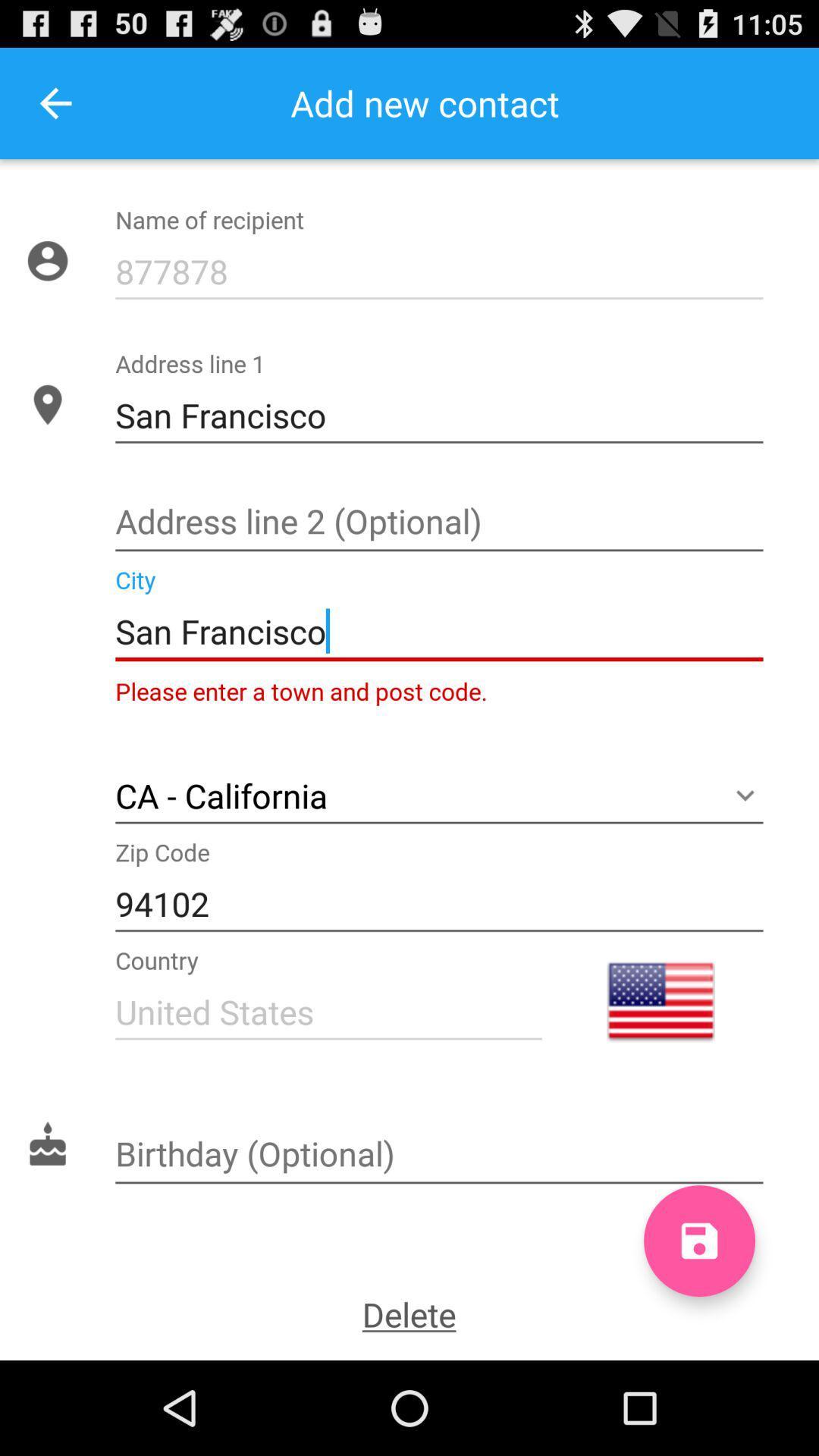 The height and width of the screenshot is (1456, 819). What do you see at coordinates (439, 1155) in the screenshot?
I see `birthday textarea` at bounding box center [439, 1155].